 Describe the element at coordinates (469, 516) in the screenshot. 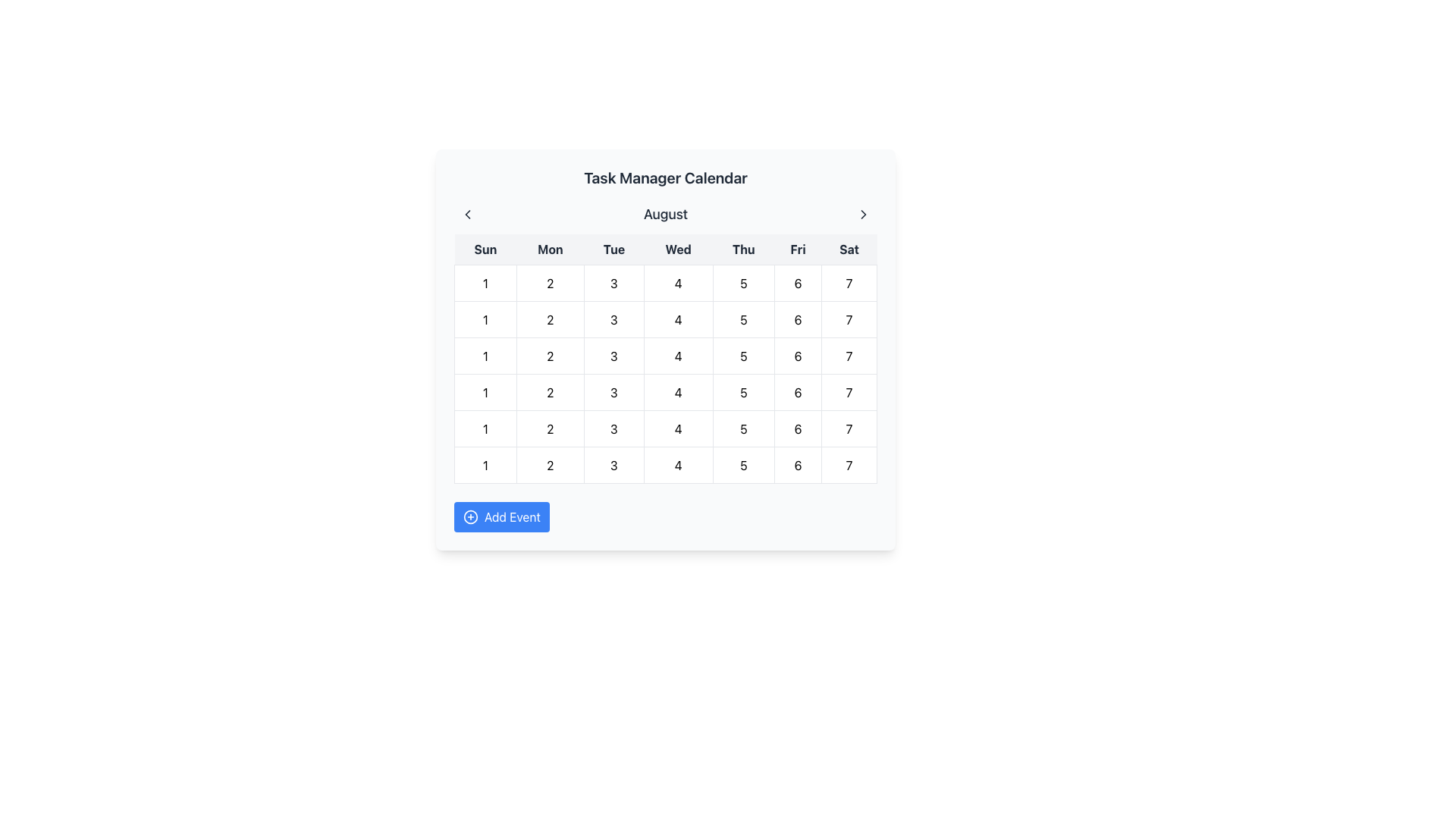

I see `the circular icon to the left of the 'Add Event' button` at that location.